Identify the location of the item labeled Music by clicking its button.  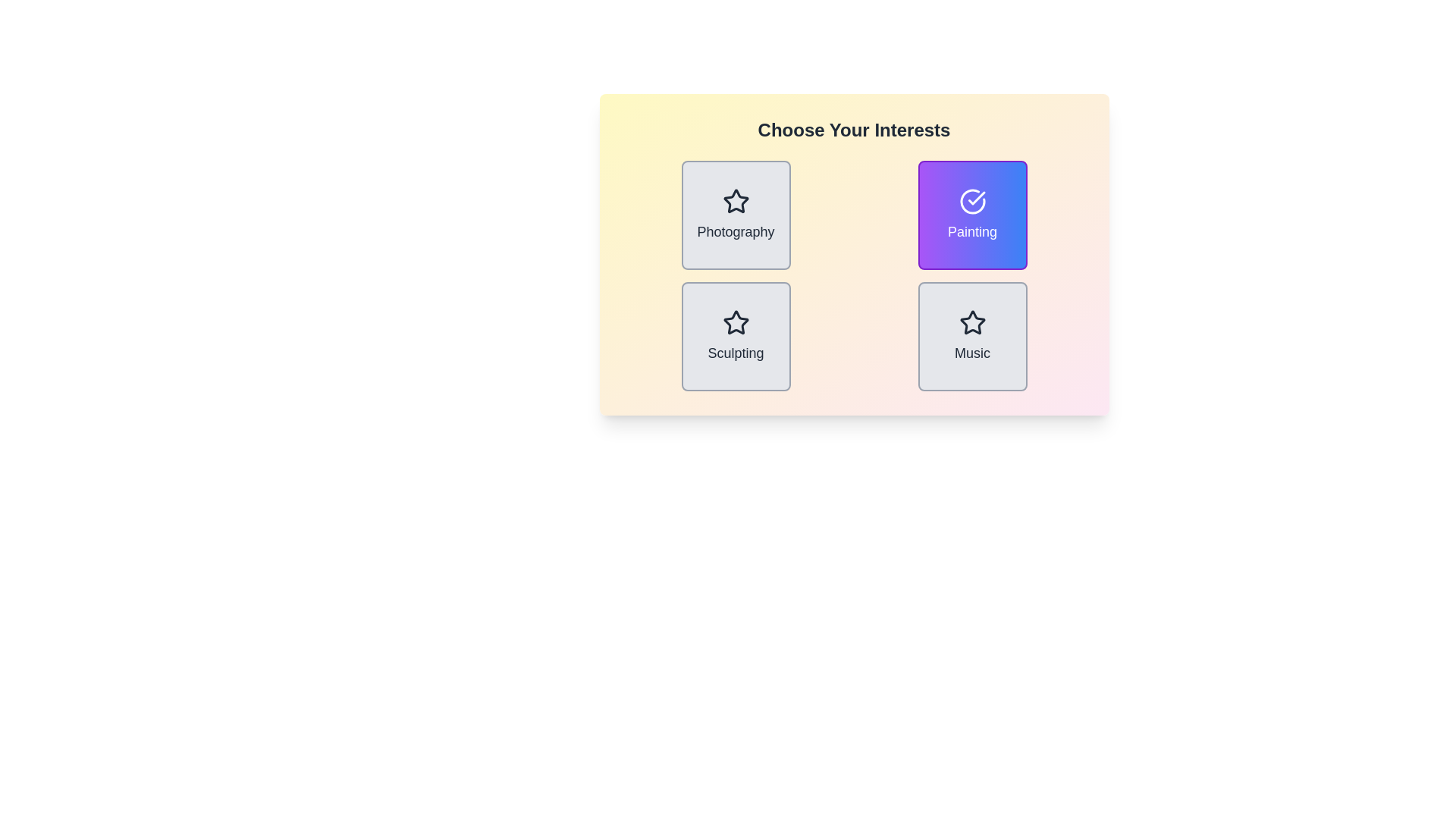
(972, 335).